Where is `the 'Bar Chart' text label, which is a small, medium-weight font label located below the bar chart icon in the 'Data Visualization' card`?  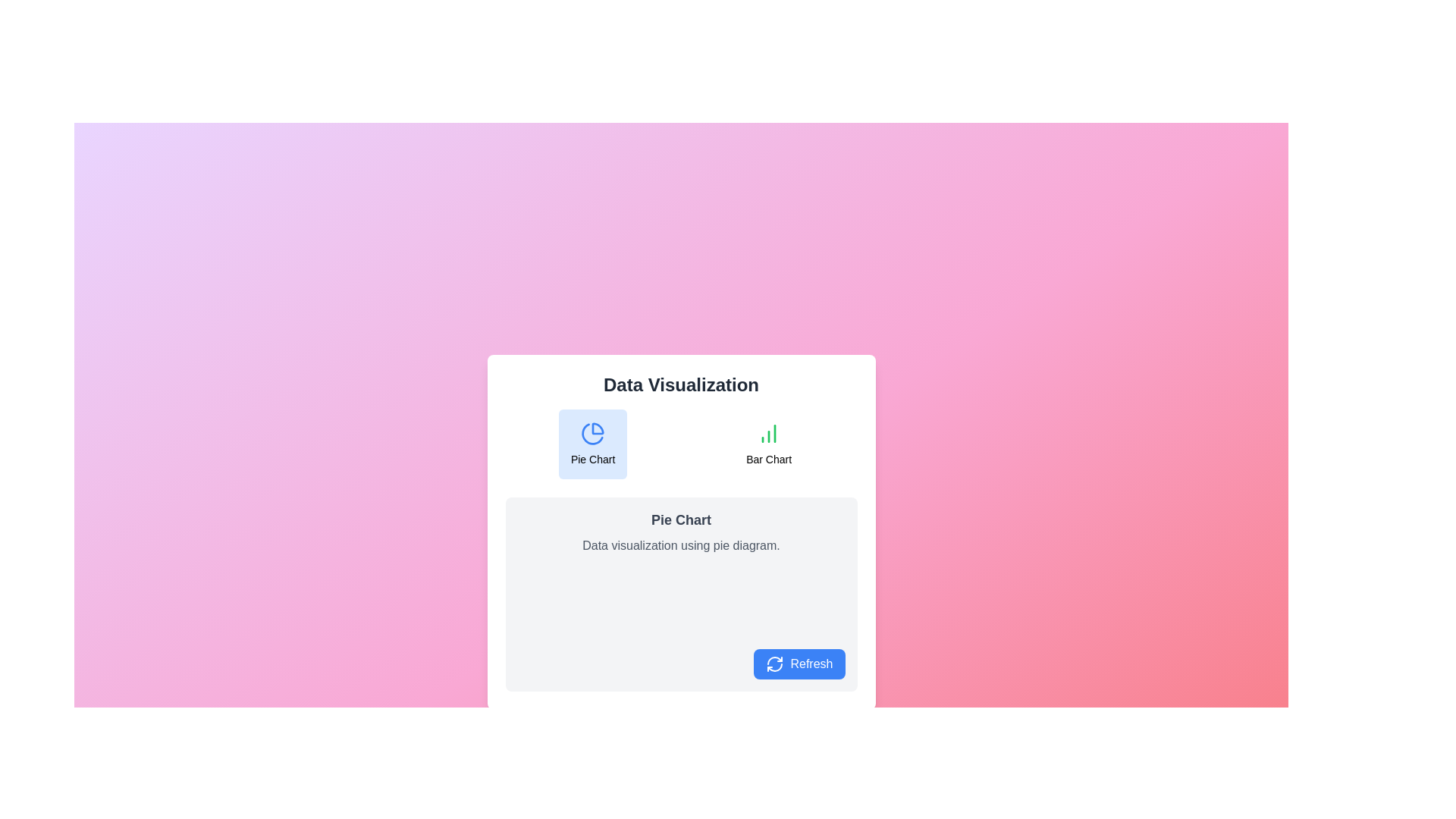 the 'Bar Chart' text label, which is a small, medium-weight font label located below the bar chart icon in the 'Data Visualization' card is located at coordinates (769, 458).